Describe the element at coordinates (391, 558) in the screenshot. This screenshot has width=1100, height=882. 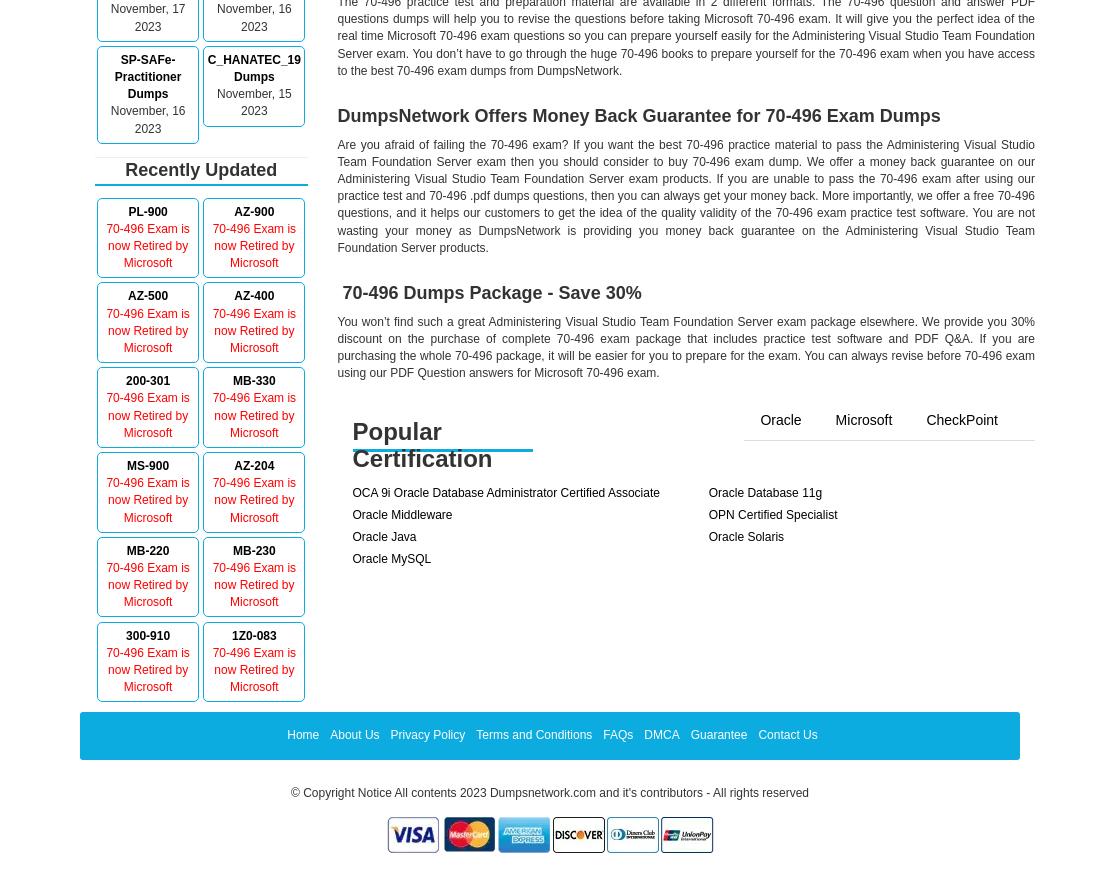
I see `'Oracle MySQL'` at that location.